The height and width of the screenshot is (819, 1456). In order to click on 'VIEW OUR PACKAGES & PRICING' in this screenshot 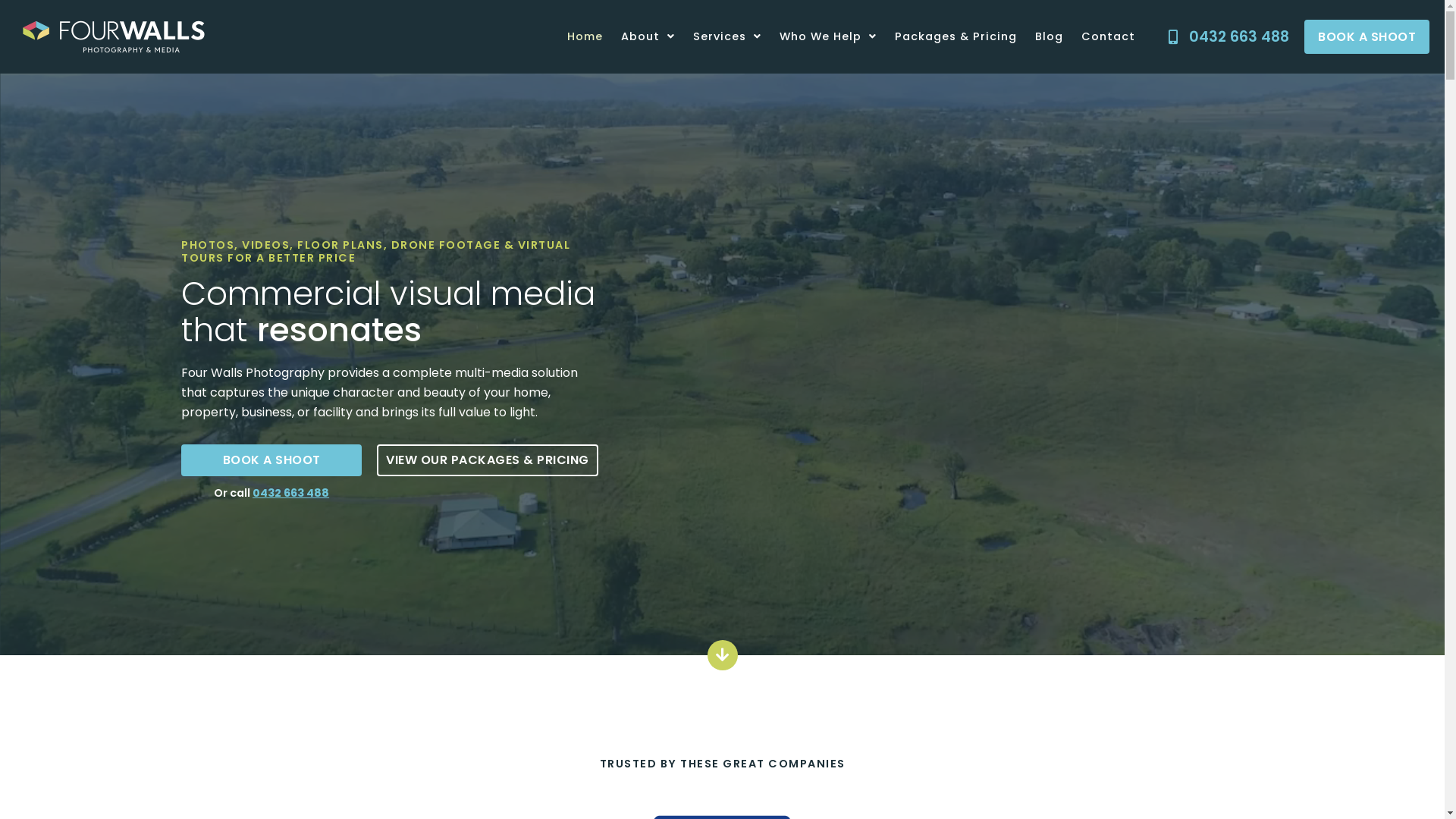, I will do `click(488, 459)`.